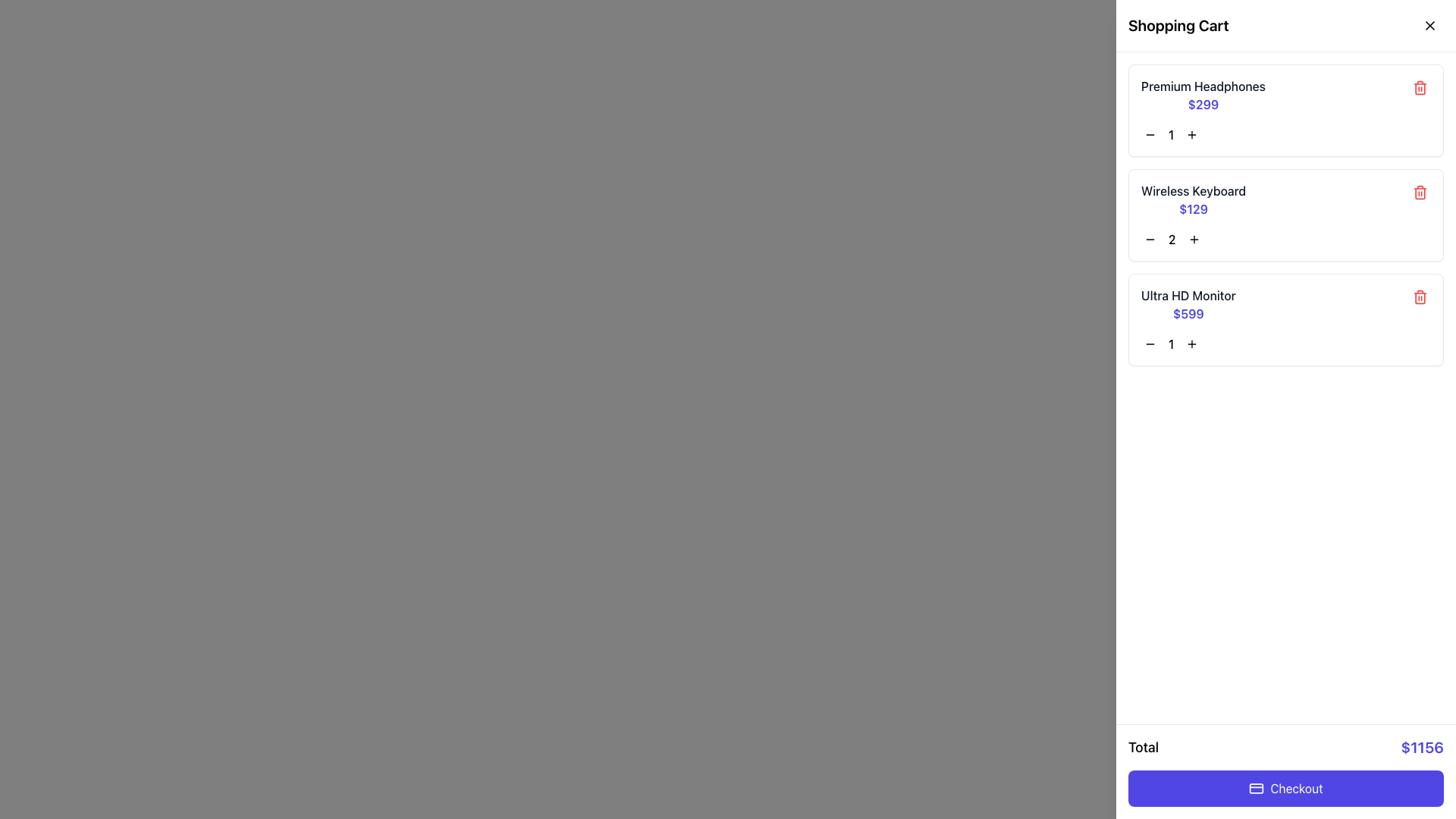 This screenshot has width=1456, height=819. What do you see at coordinates (1203, 96) in the screenshot?
I see `the text display showing the product title and price at the top of the shopping cart list` at bounding box center [1203, 96].